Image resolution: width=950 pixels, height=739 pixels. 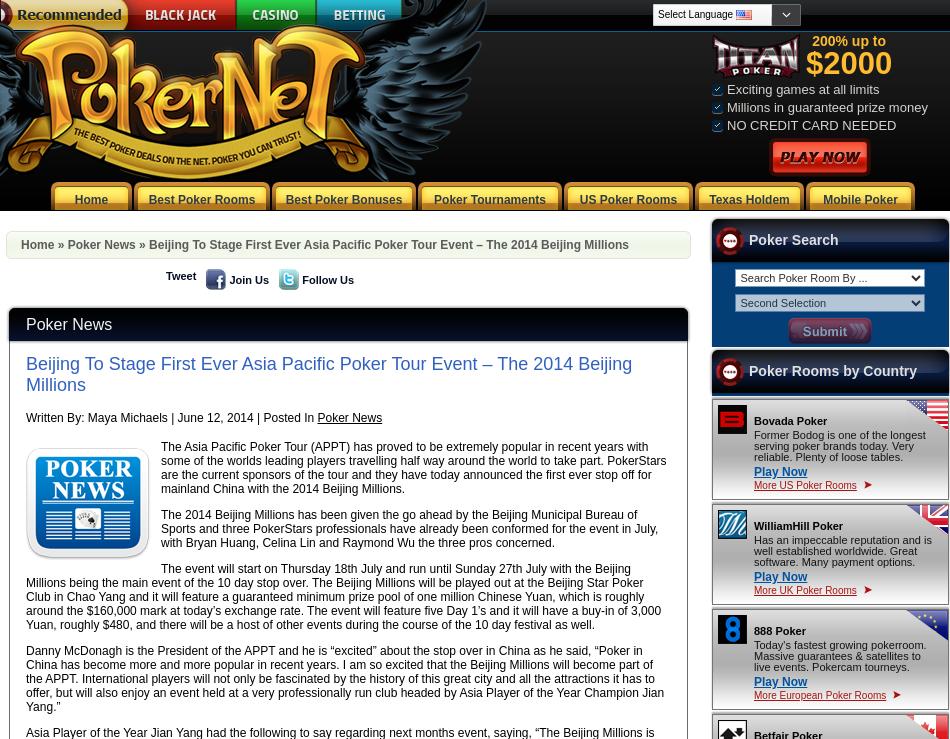 I want to click on 'Best Poker Rooms', so click(x=201, y=199).